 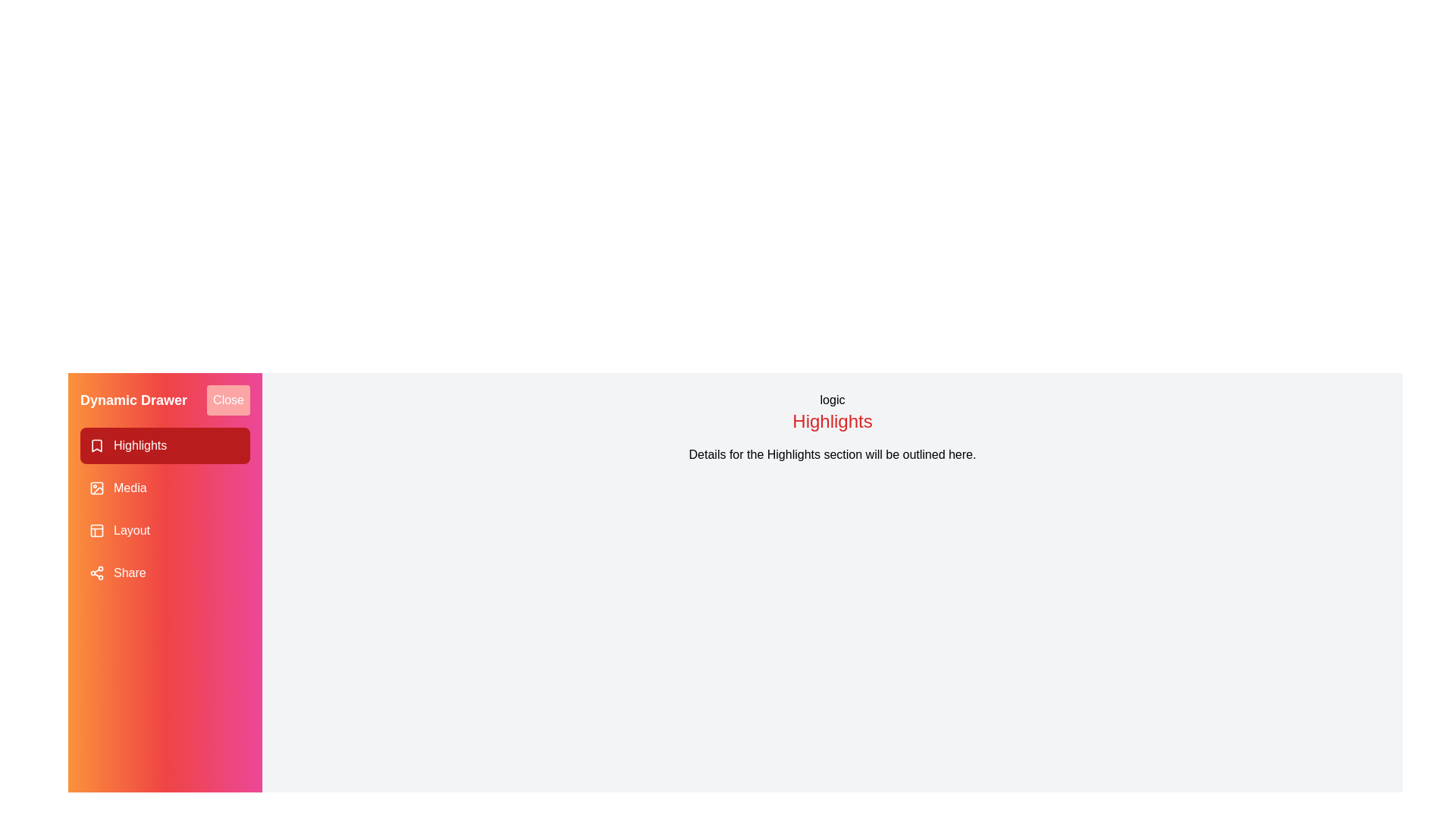 What do you see at coordinates (165, 488) in the screenshot?
I see `the section Media from the drawer` at bounding box center [165, 488].